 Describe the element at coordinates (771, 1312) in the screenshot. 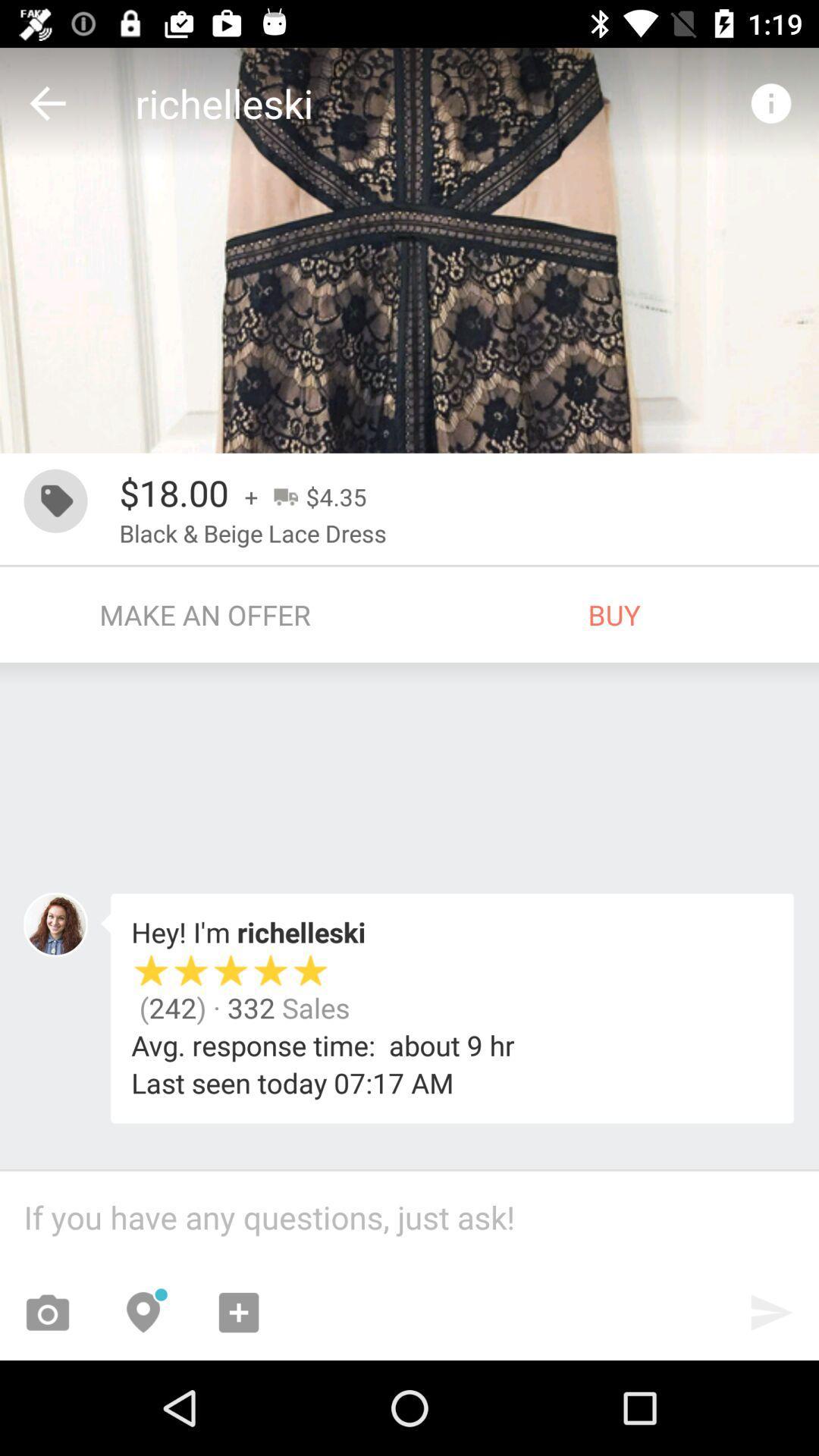

I see `the send icon` at that location.